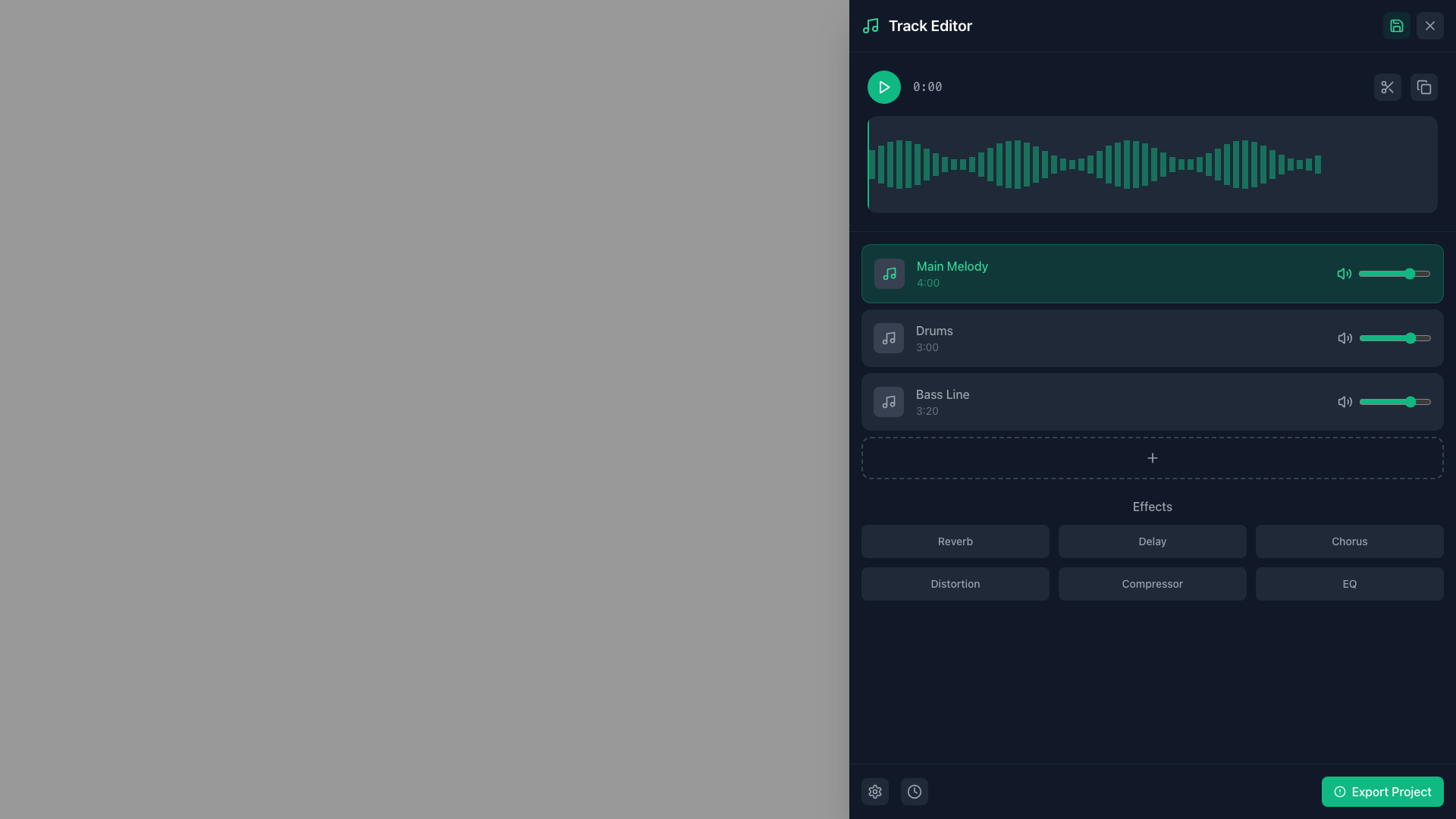 This screenshot has width=1456, height=819. Describe the element at coordinates (888, 337) in the screenshot. I see `the musical track icon labeled 'Drums' located in the list item on the left of the text content` at that location.